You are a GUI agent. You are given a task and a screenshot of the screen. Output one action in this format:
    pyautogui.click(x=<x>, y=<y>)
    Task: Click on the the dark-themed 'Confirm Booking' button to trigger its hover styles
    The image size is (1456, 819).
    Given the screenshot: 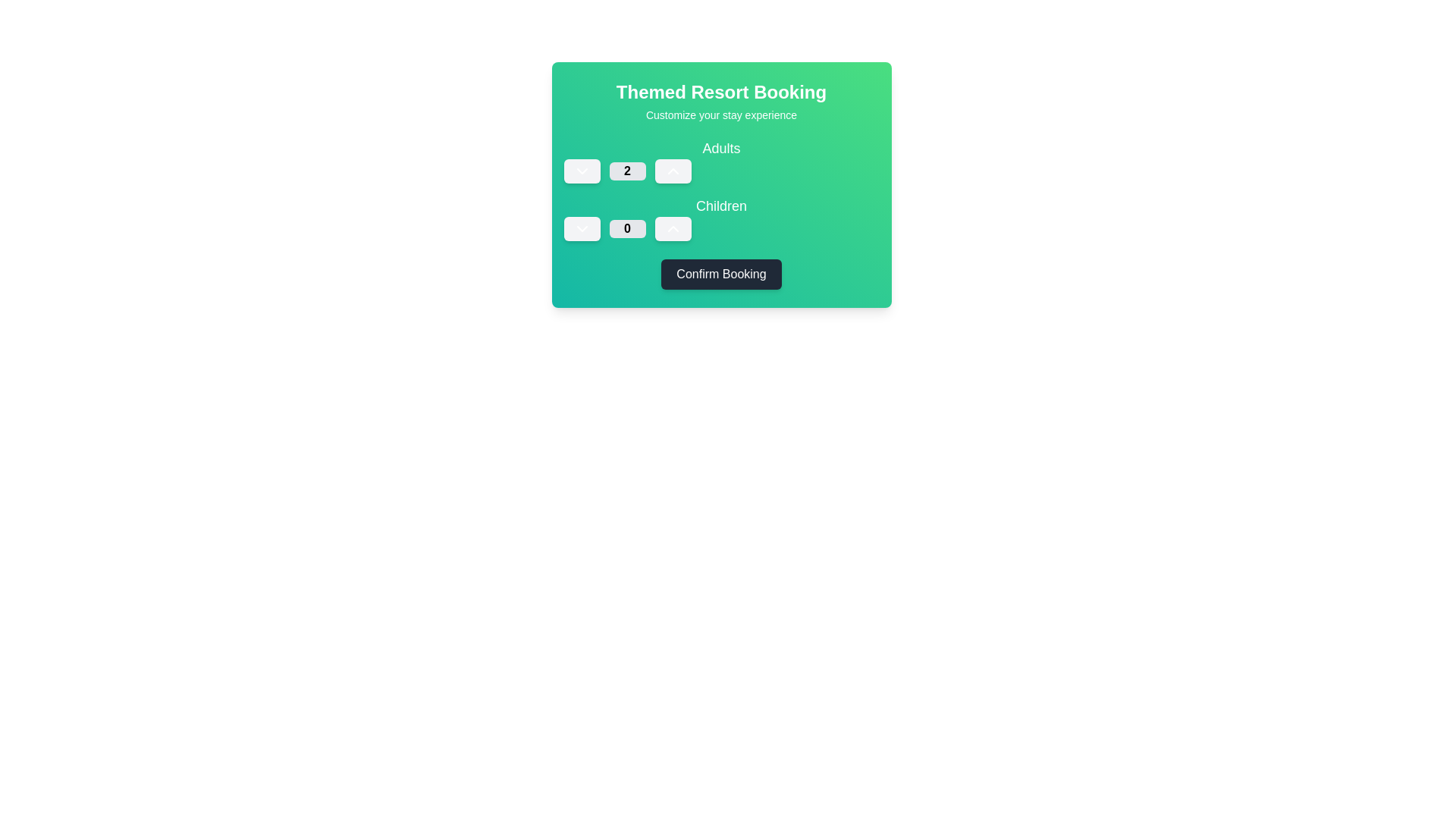 What is the action you would take?
    pyautogui.click(x=720, y=275)
    